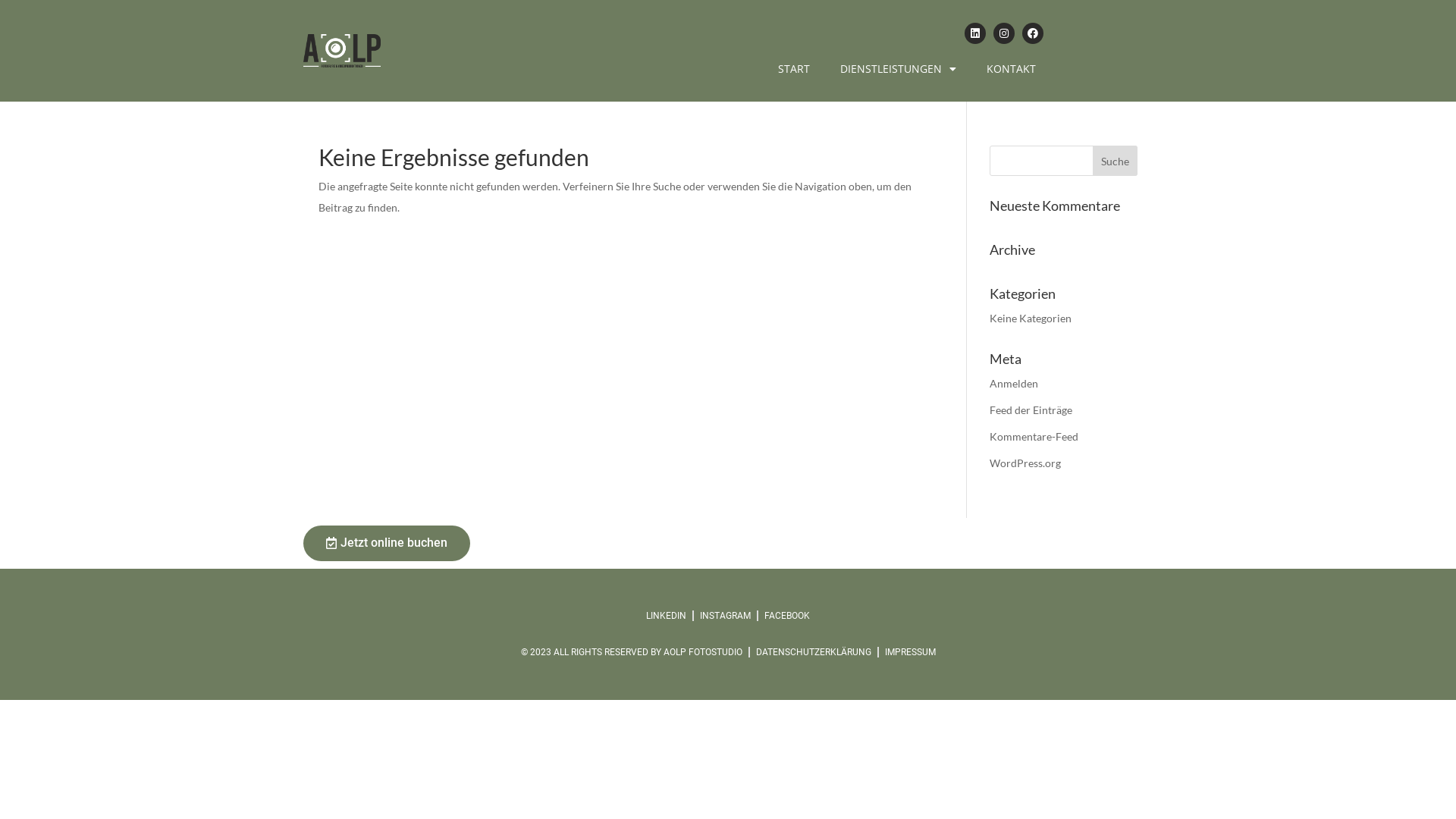 This screenshot has height=819, width=1456. Describe the element at coordinates (786, 616) in the screenshot. I see `'FACEBOOK'` at that location.